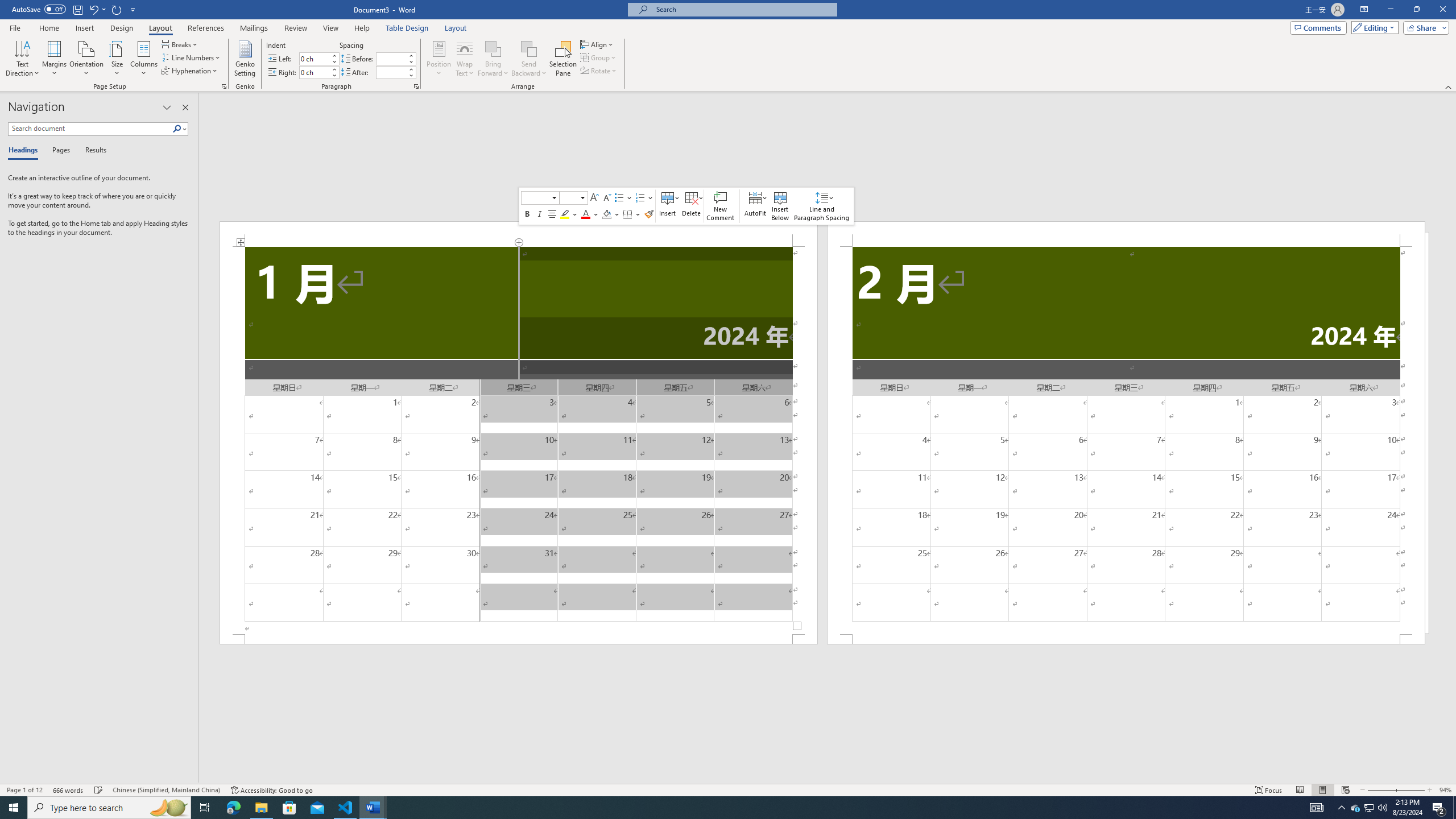 This screenshot has width=1456, height=819. What do you see at coordinates (86, 59) in the screenshot?
I see `'Orientation'` at bounding box center [86, 59].